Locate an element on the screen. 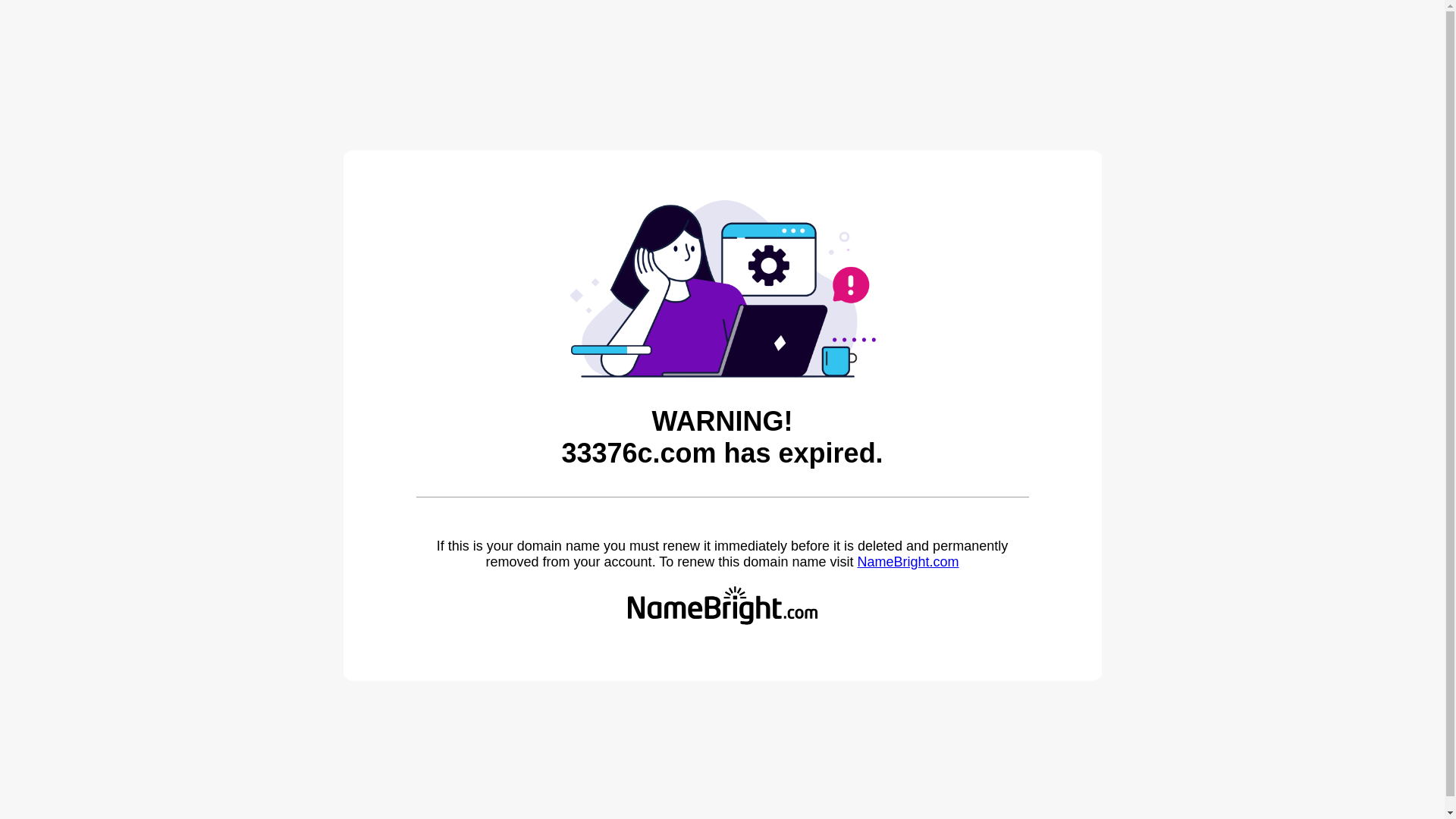 This screenshot has width=1456, height=819. 'NameBright.com' is located at coordinates (907, 561).